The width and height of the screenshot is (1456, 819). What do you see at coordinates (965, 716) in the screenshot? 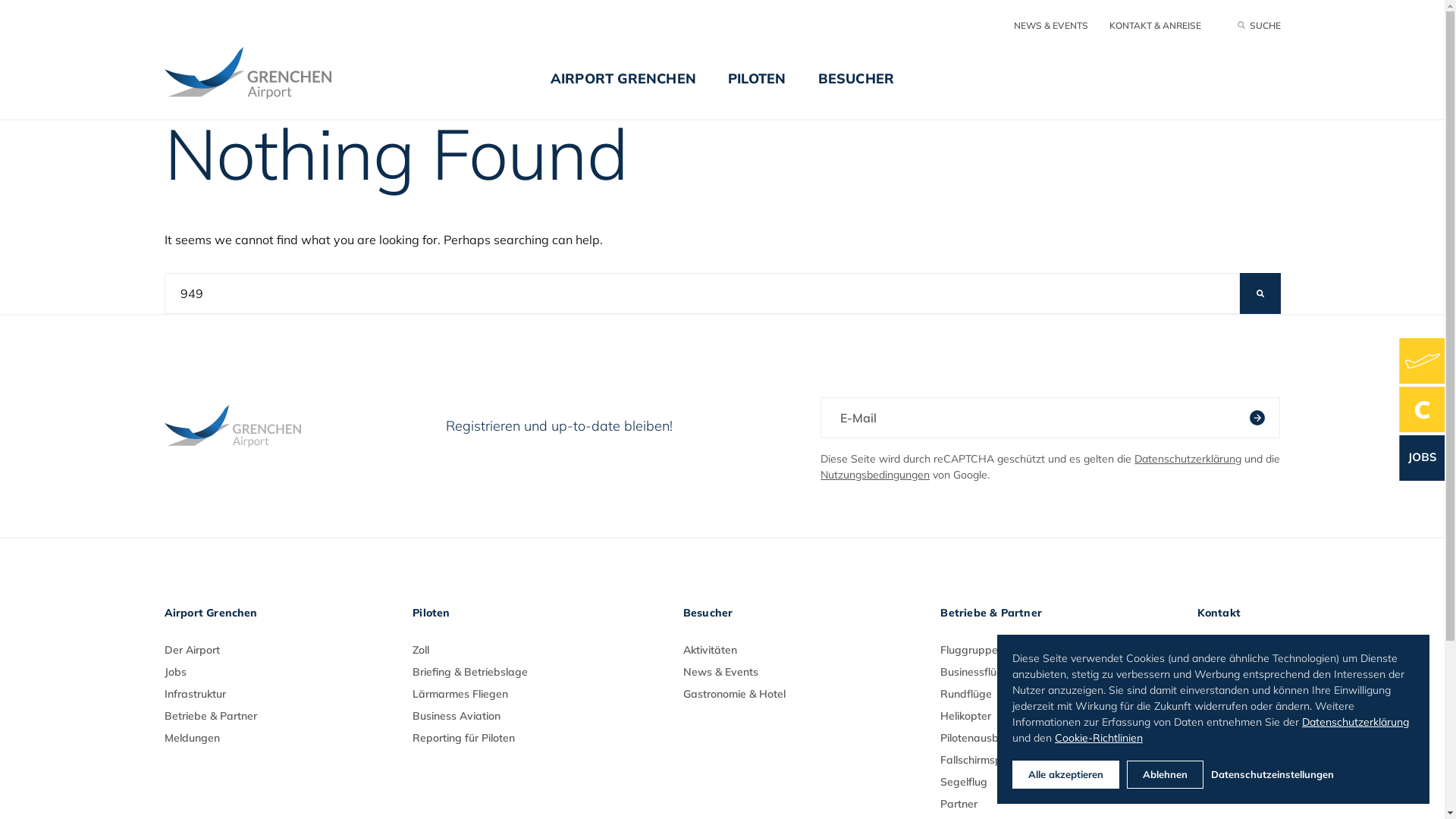
I see `'Helikopter'` at bounding box center [965, 716].